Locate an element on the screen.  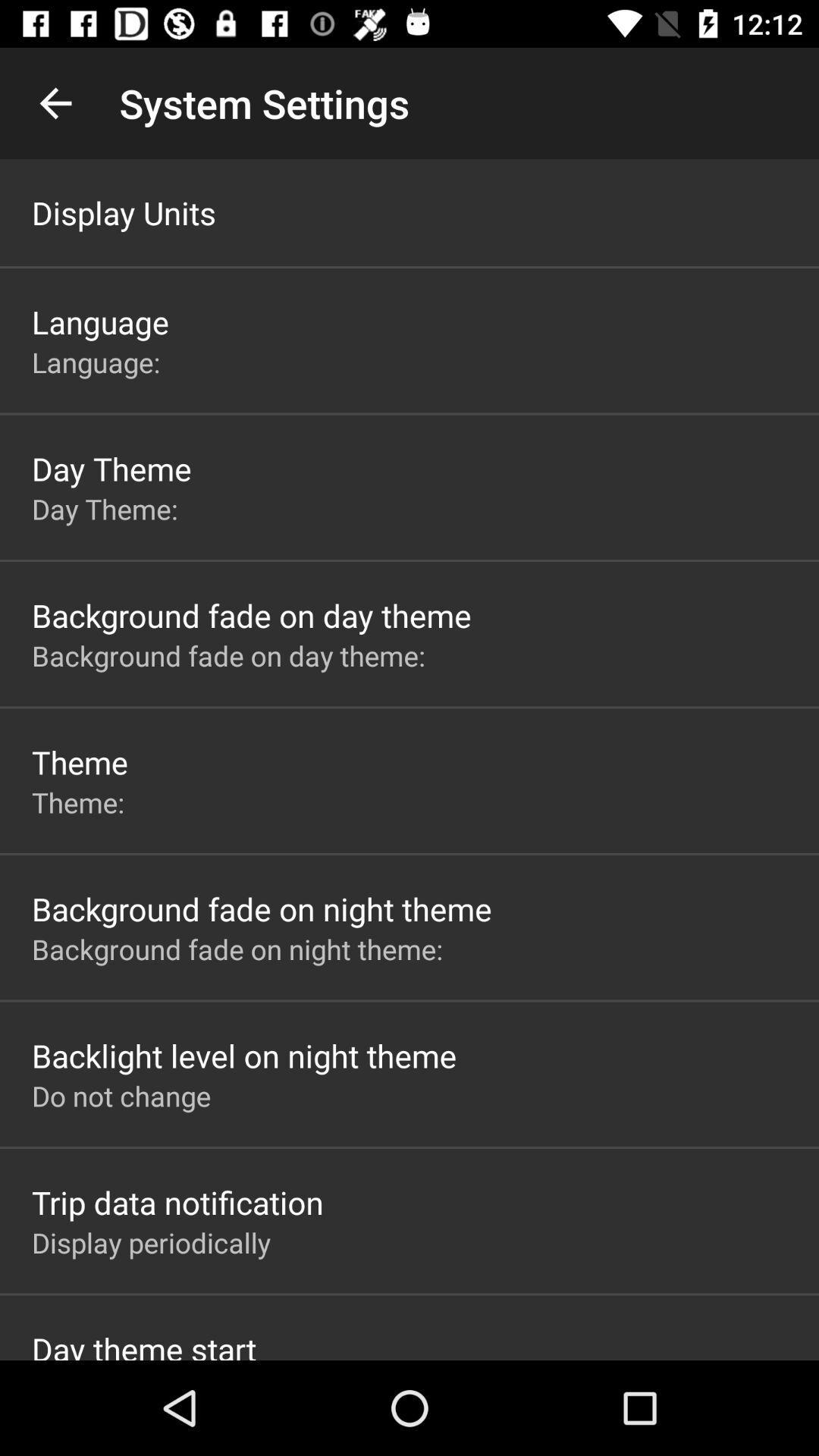
display units is located at coordinates (123, 212).